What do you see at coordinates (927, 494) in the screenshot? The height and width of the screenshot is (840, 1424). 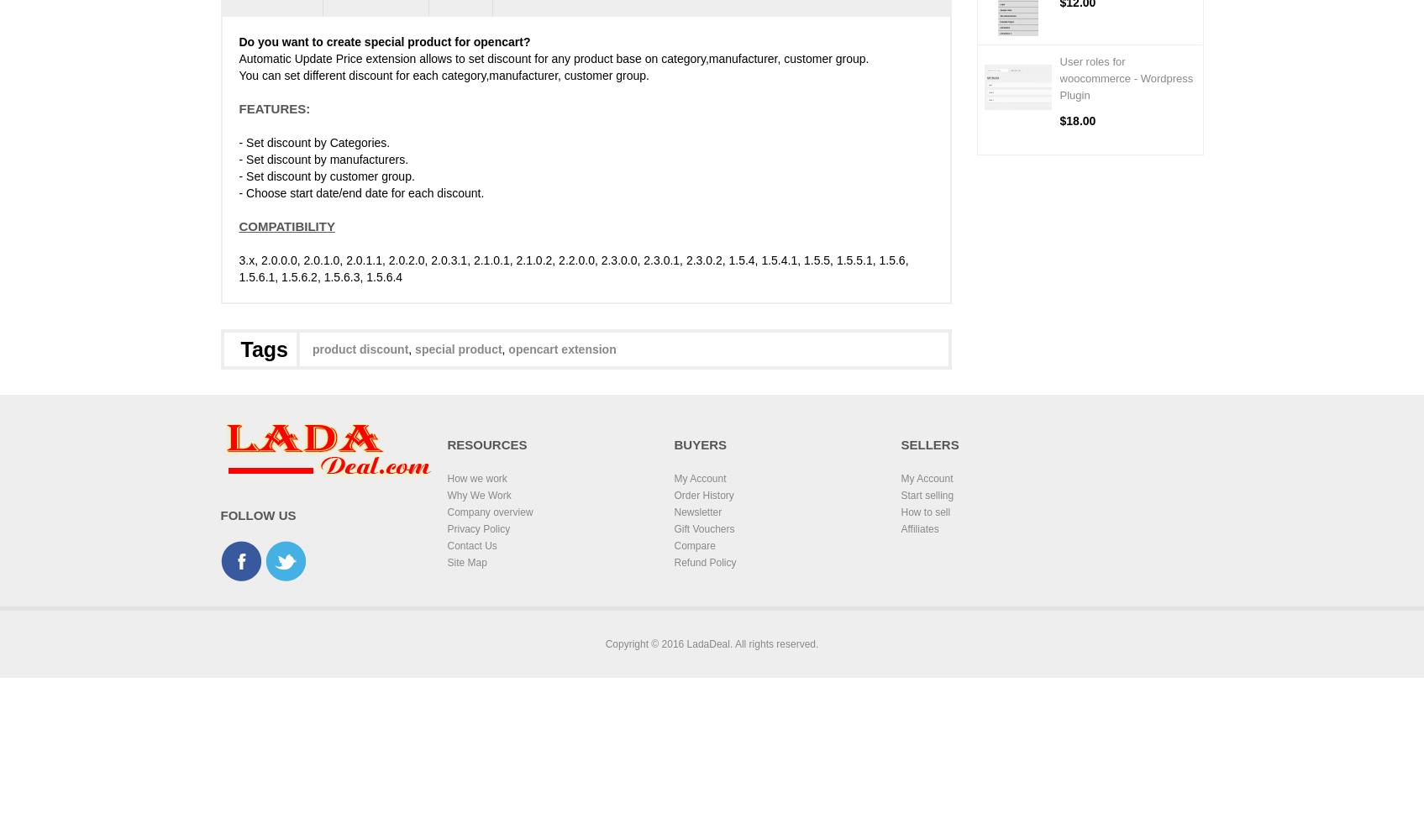 I see `'Start selling'` at bounding box center [927, 494].